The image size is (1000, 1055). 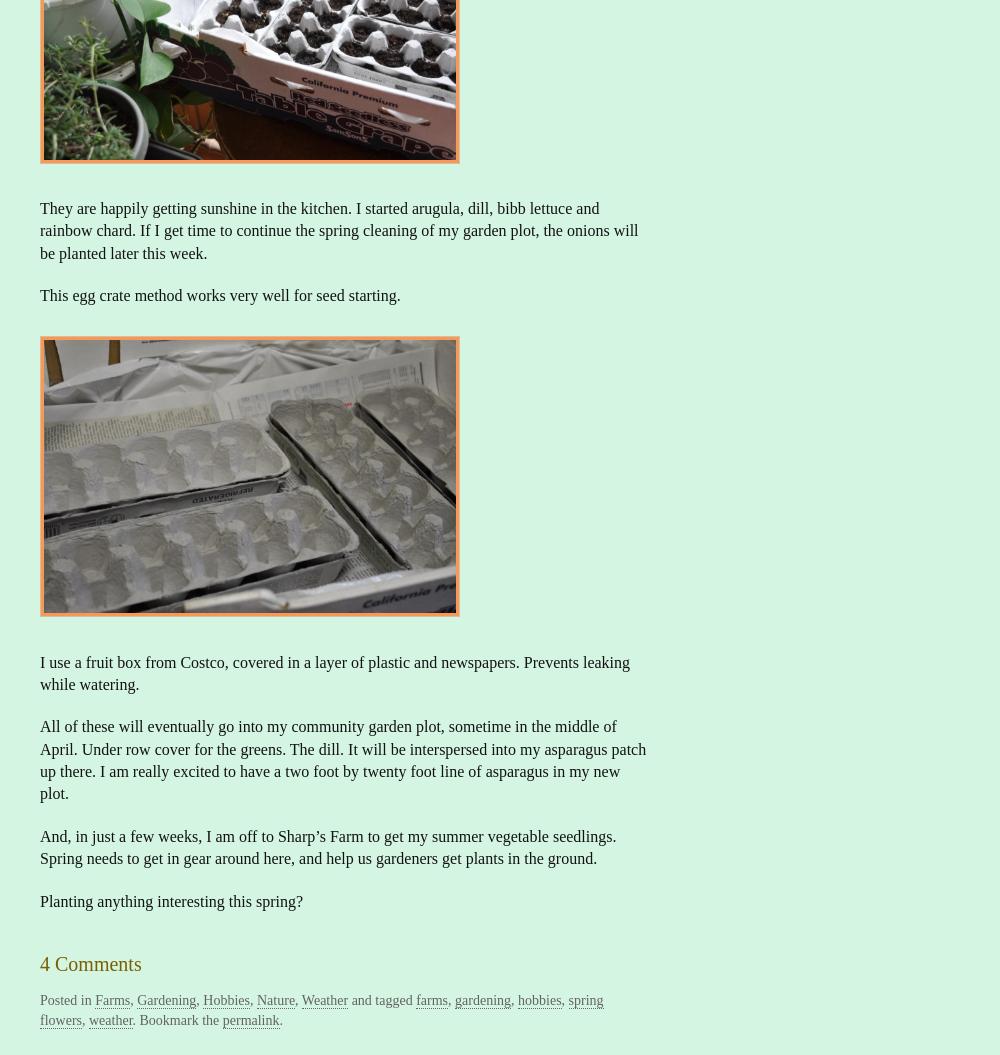 I want to click on 'Farms', so click(x=111, y=999).